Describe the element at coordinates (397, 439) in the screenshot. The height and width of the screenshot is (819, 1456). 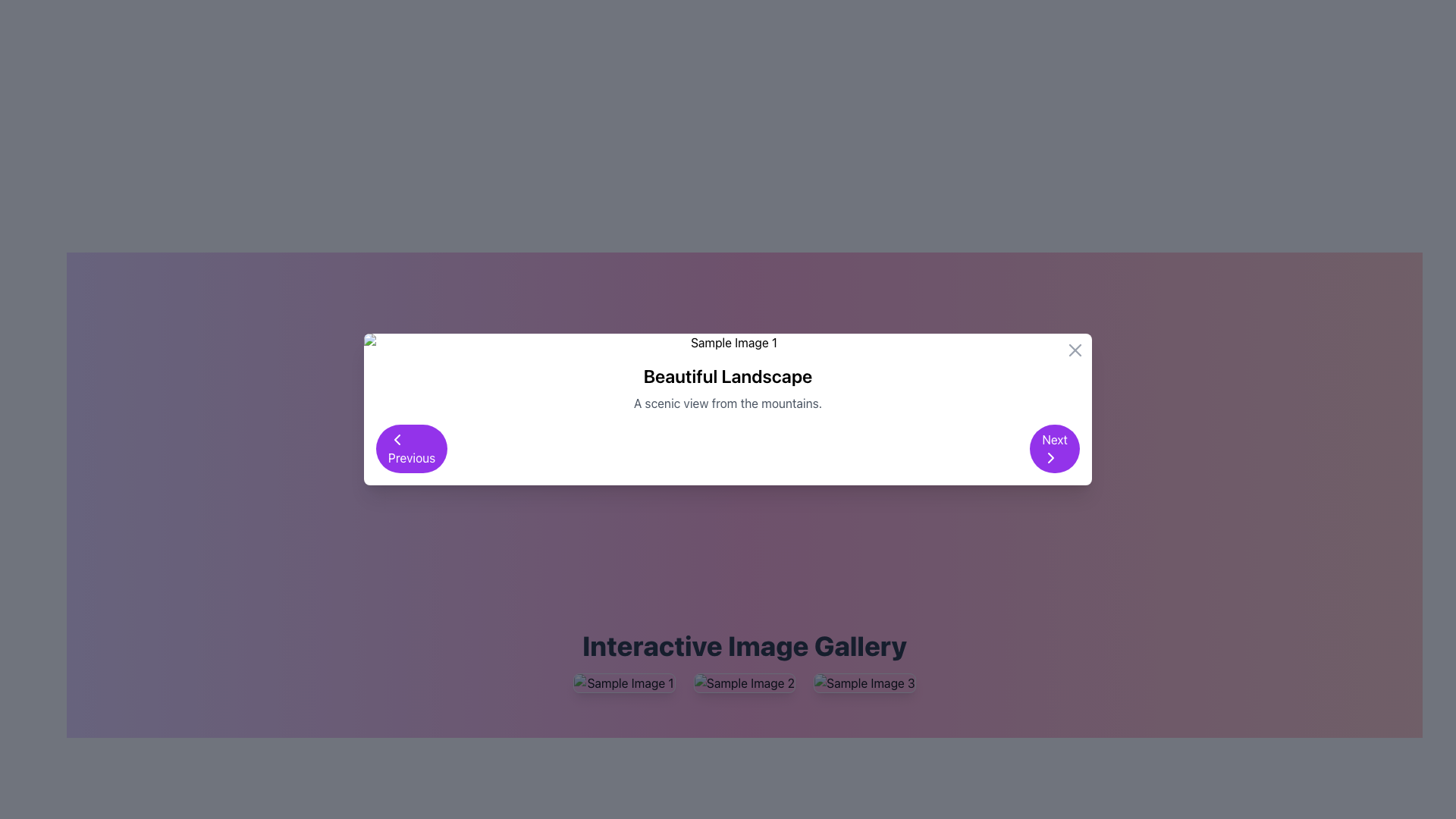
I see `the 'Previous' button that contains the left-facing chevron arrow icon` at that location.